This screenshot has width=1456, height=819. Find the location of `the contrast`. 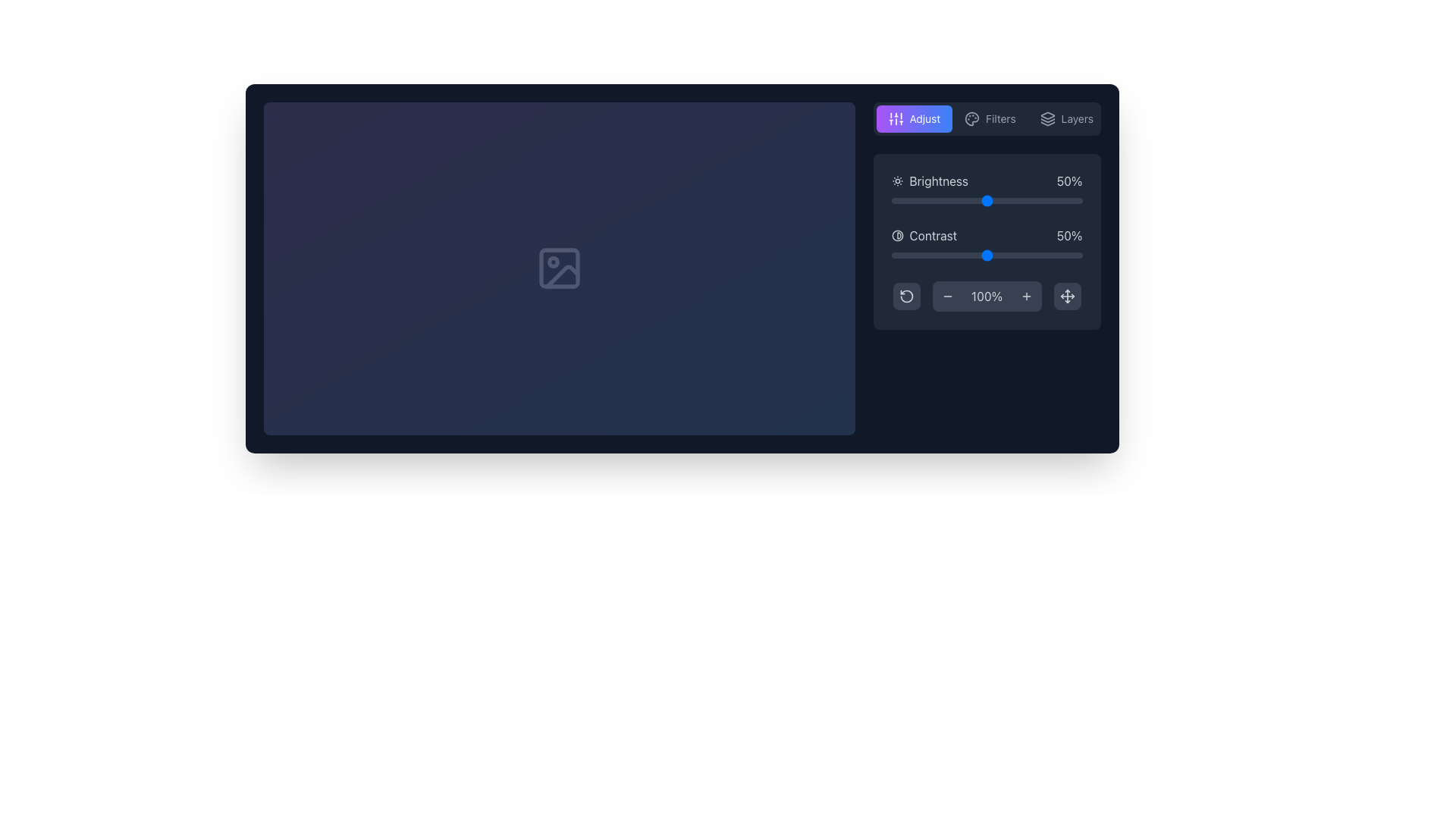

the contrast is located at coordinates (1070, 254).